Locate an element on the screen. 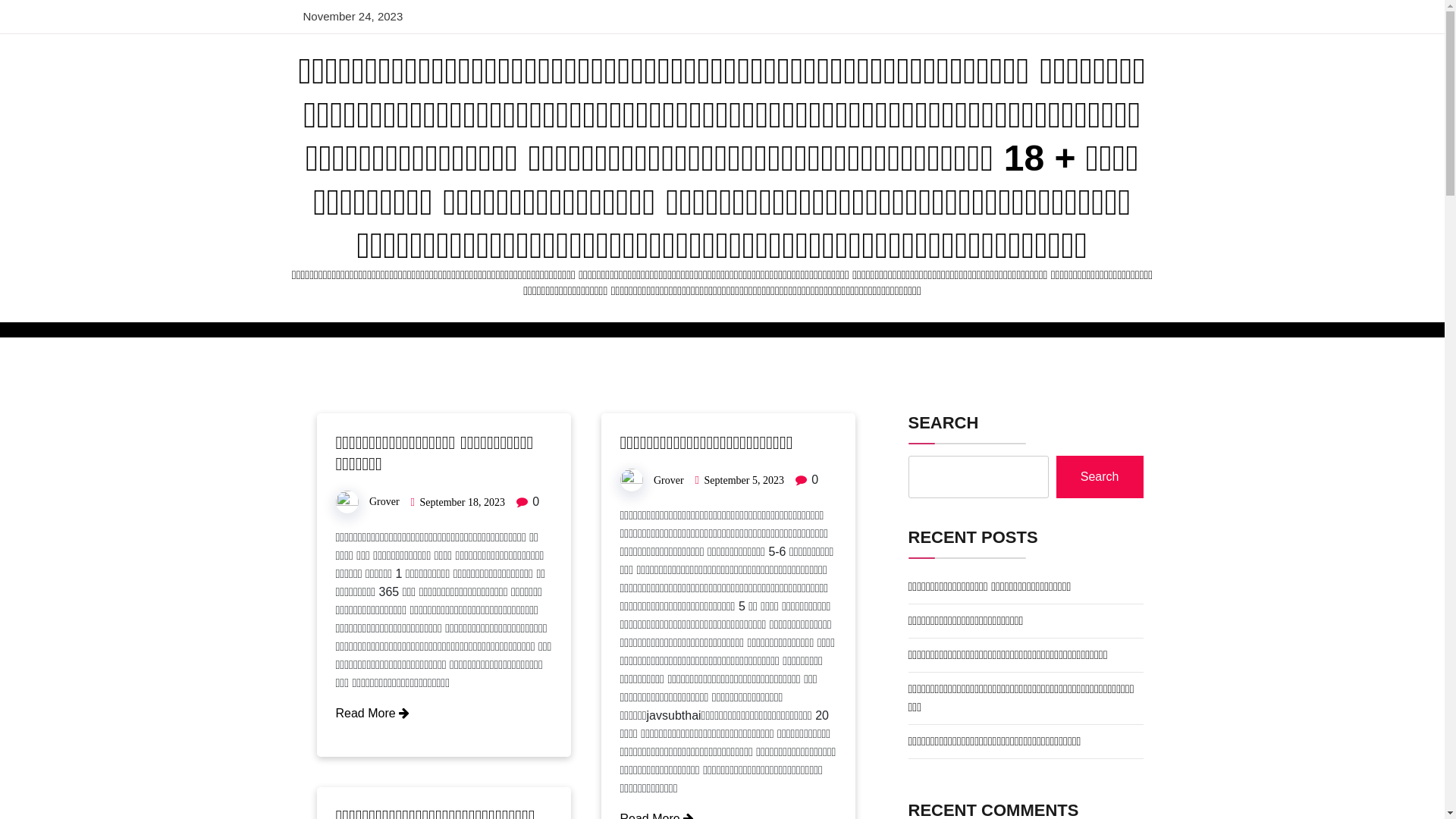 Image resolution: width=1456 pixels, height=819 pixels. 'Search' is located at coordinates (1100, 475).